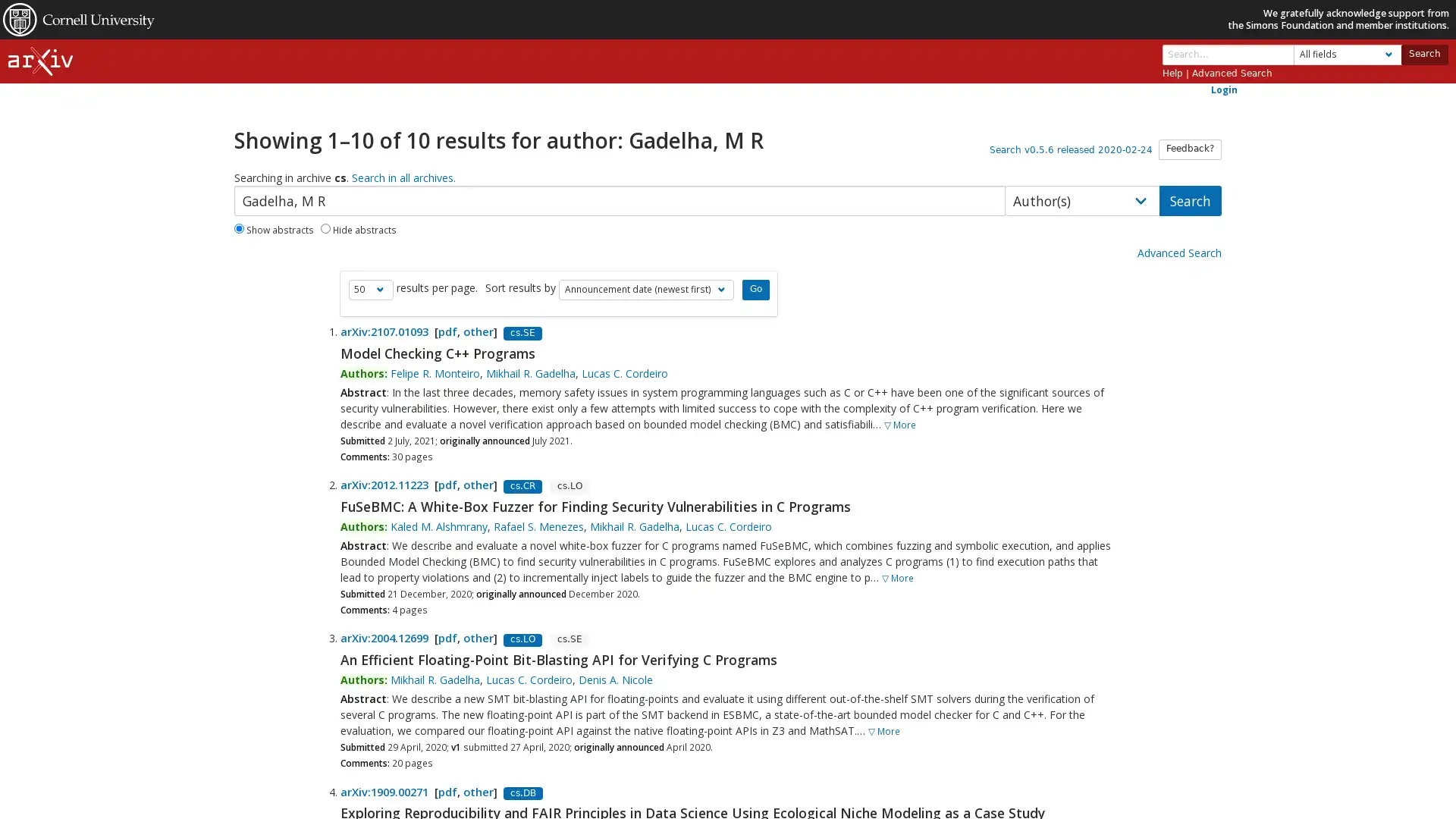 The width and height of the screenshot is (1456, 819). I want to click on Search, so click(1423, 53).